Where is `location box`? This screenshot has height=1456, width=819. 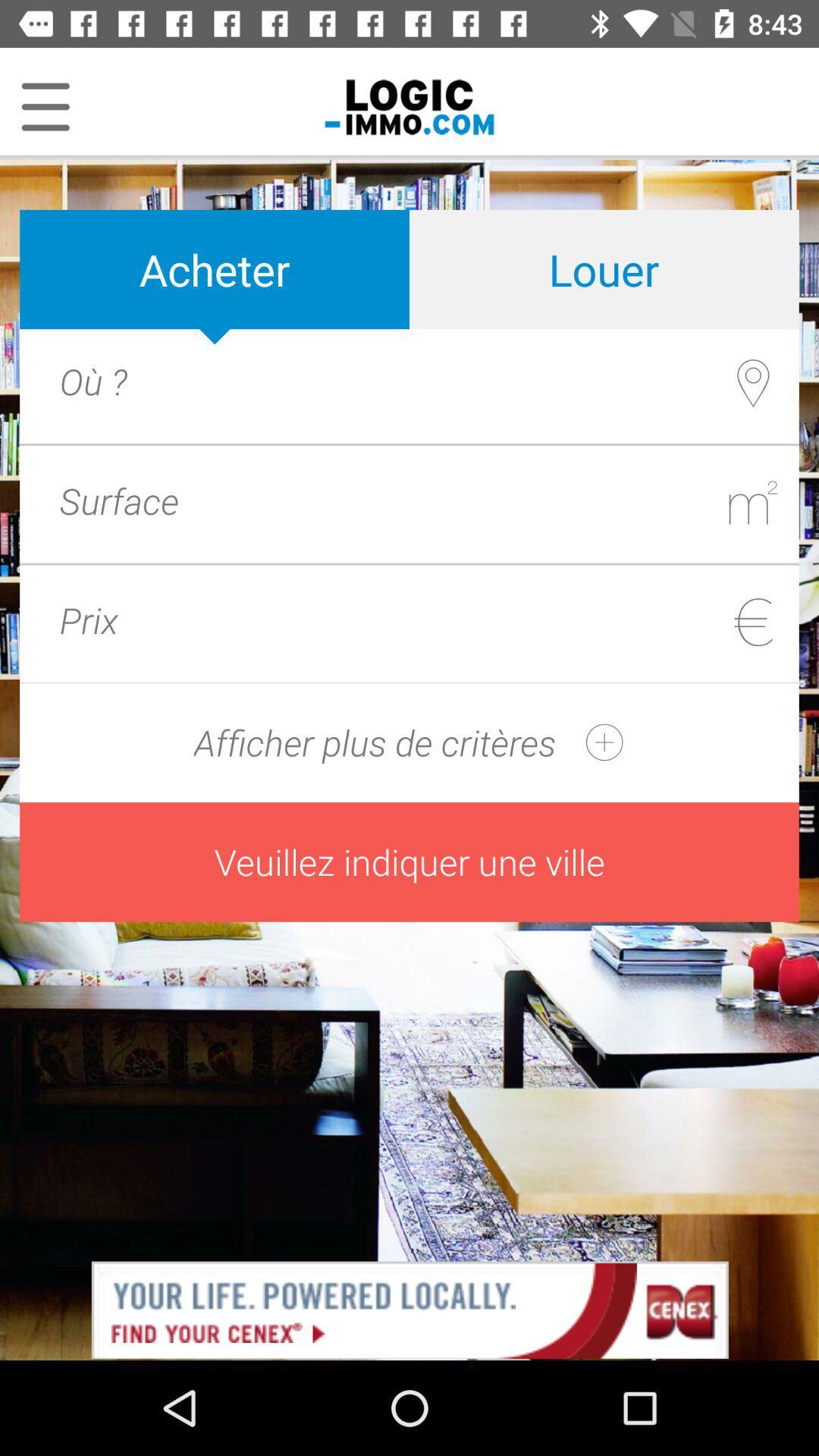
location box is located at coordinates (441, 381).